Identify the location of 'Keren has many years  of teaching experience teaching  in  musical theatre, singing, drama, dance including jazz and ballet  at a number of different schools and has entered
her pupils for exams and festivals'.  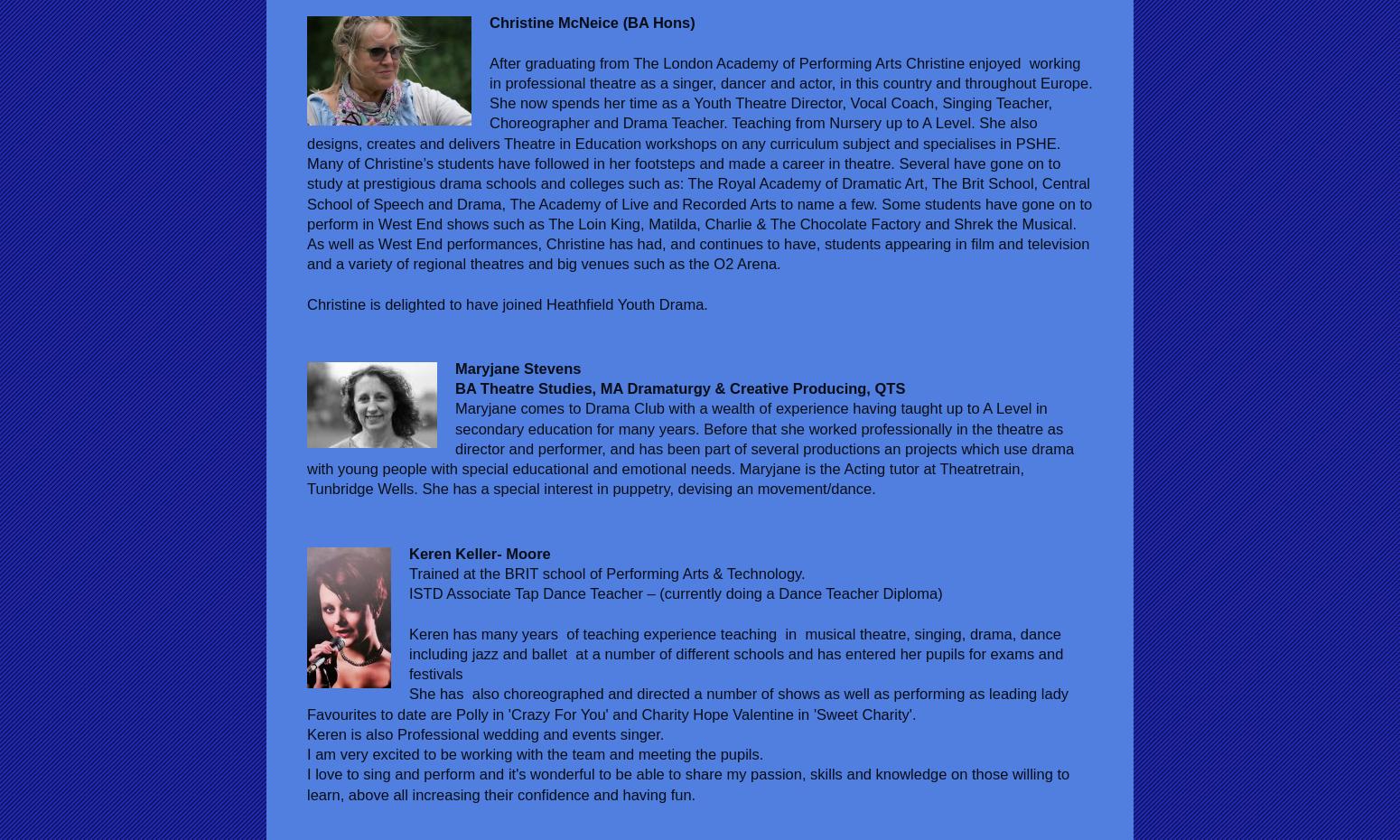
(734, 653).